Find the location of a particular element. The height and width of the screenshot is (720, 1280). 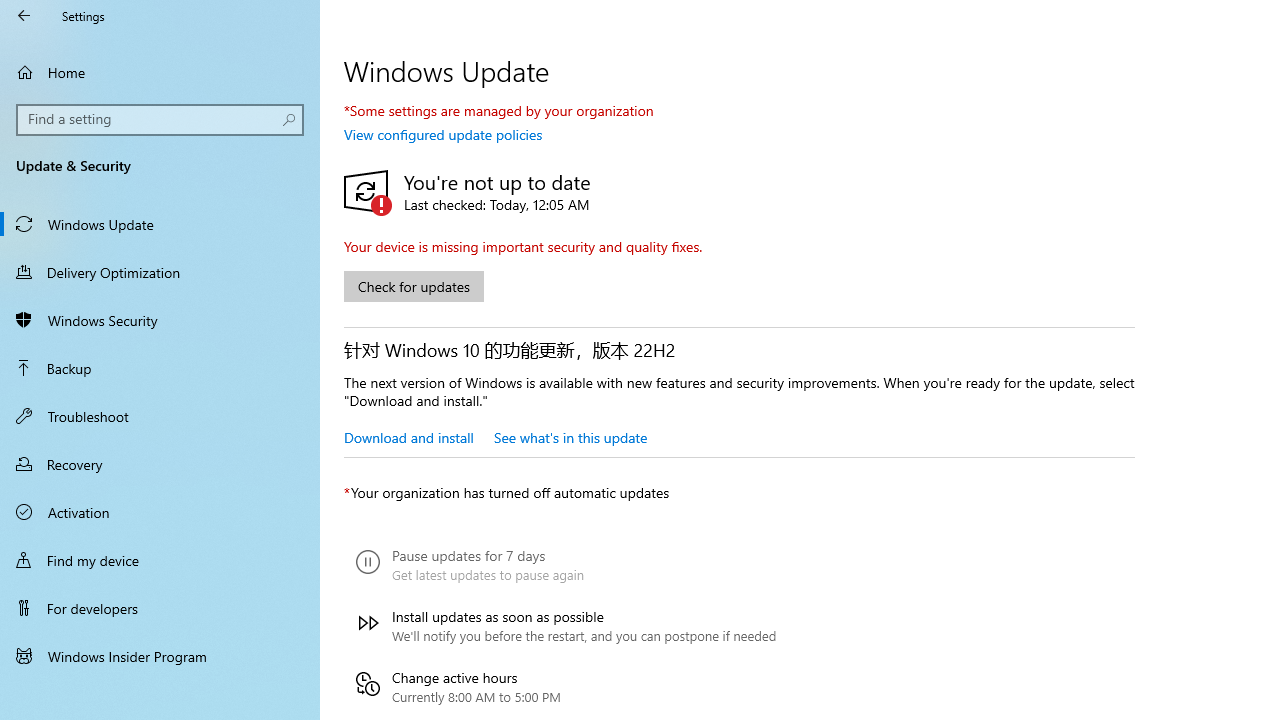

'Troubleshoot' is located at coordinates (160, 414).